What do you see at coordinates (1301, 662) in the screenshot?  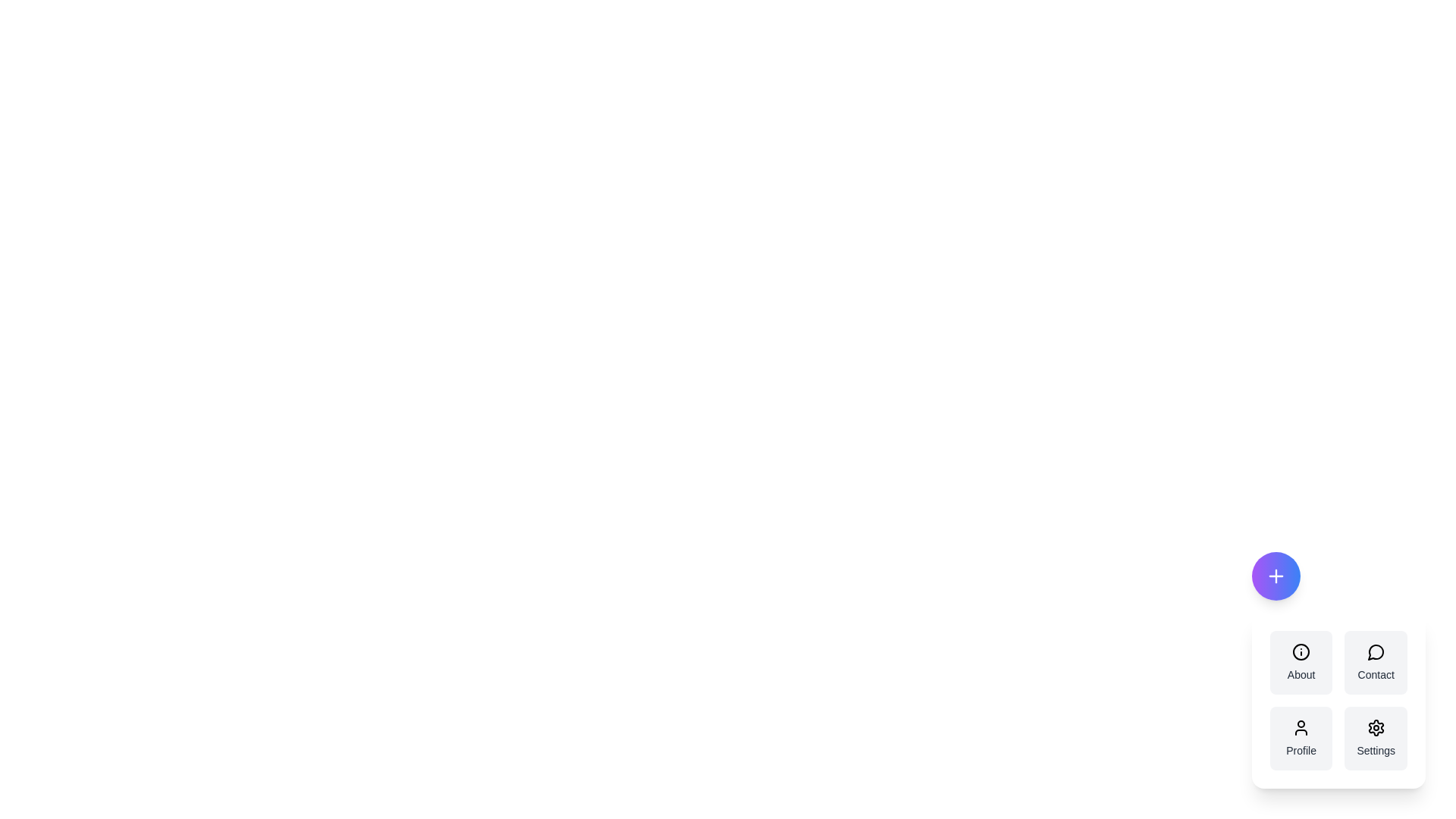 I see `the menu option About` at bounding box center [1301, 662].